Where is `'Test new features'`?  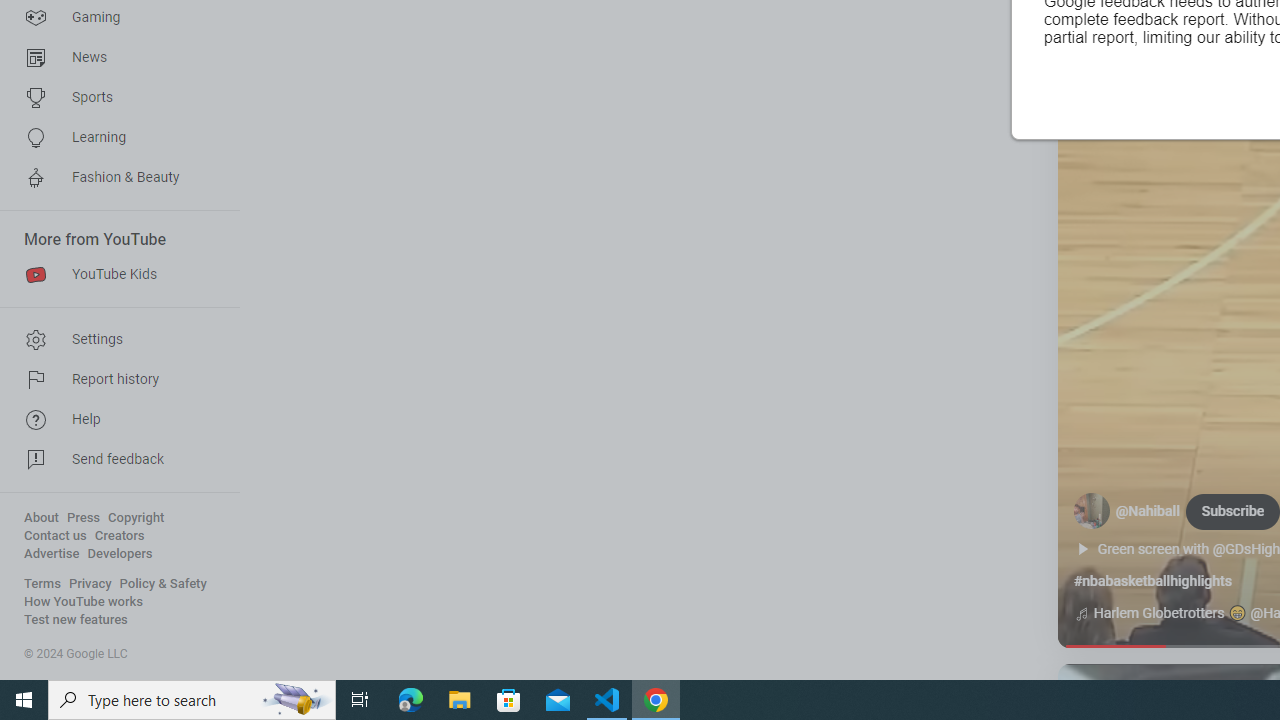 'Test new features' is located at coordinates (76, 619).